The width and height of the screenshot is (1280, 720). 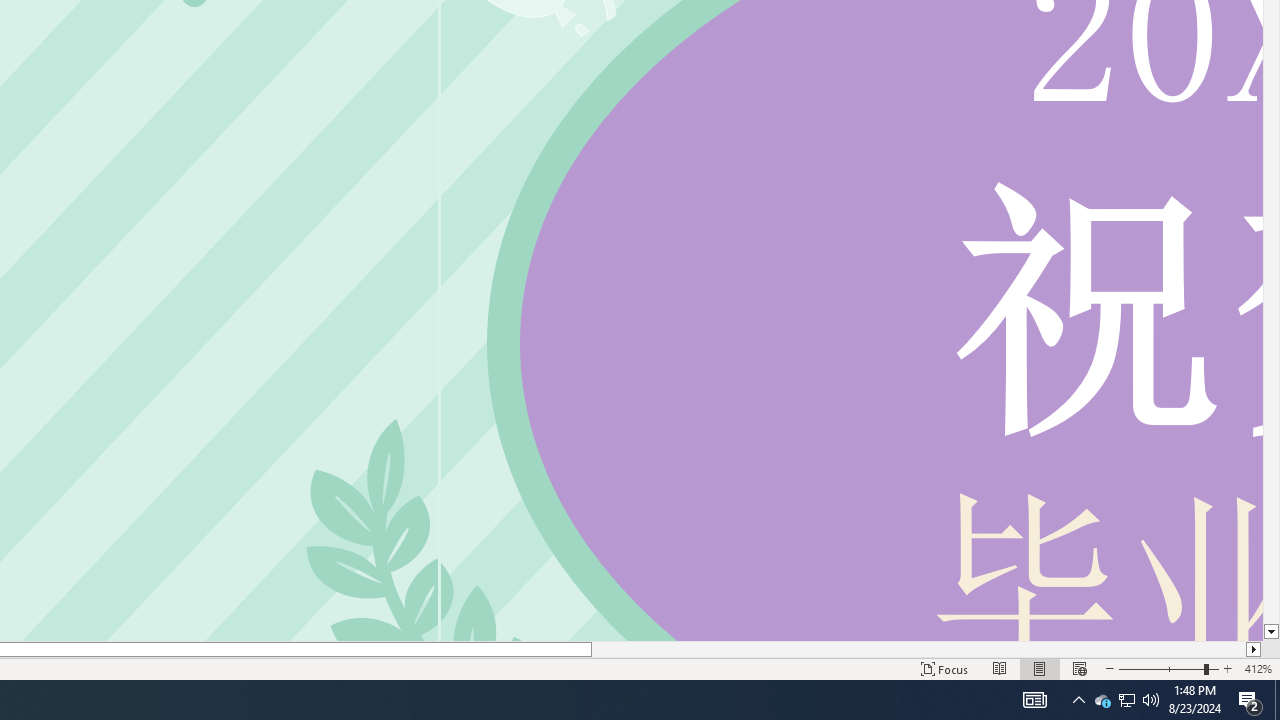 What do you see at coordinates (1253, 649) in the screenshot?
I see `'Column right'` at bounding box center [1253, 649].